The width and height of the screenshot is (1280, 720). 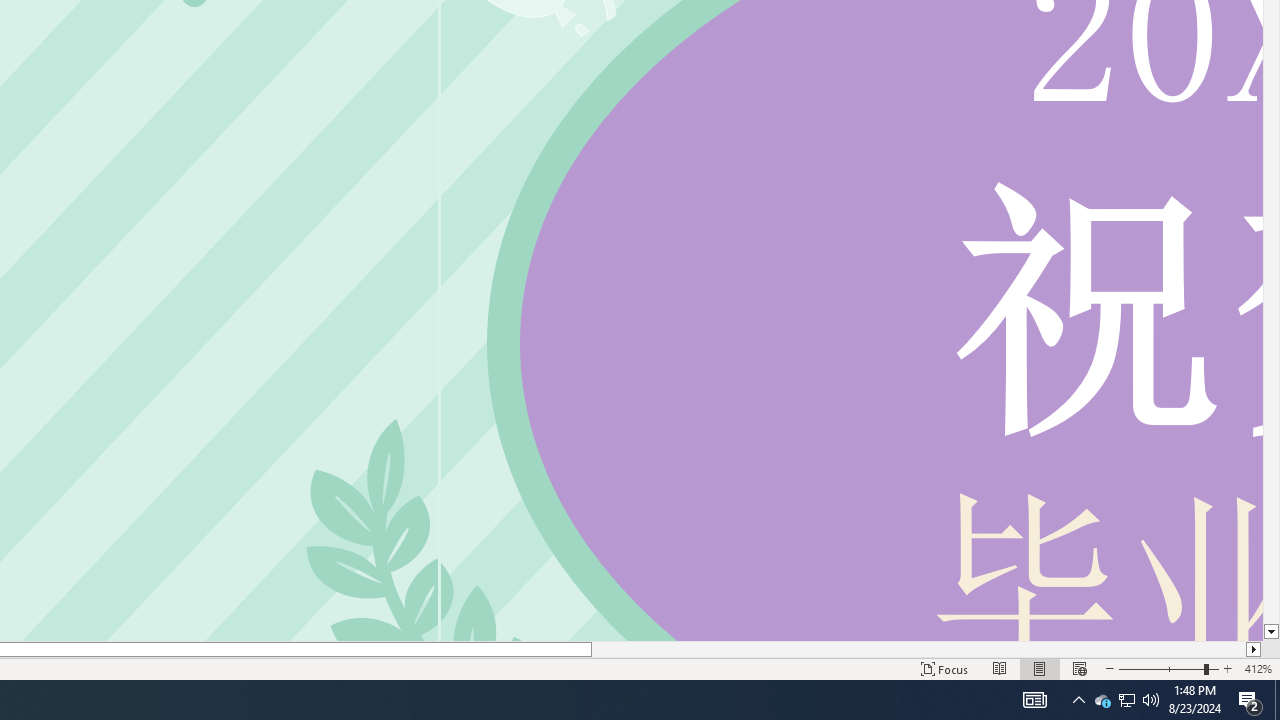 What do you see at coordinates (1253, 649) in the screenshot?
I see `'Column right'` at bounding box center [1253, 649].